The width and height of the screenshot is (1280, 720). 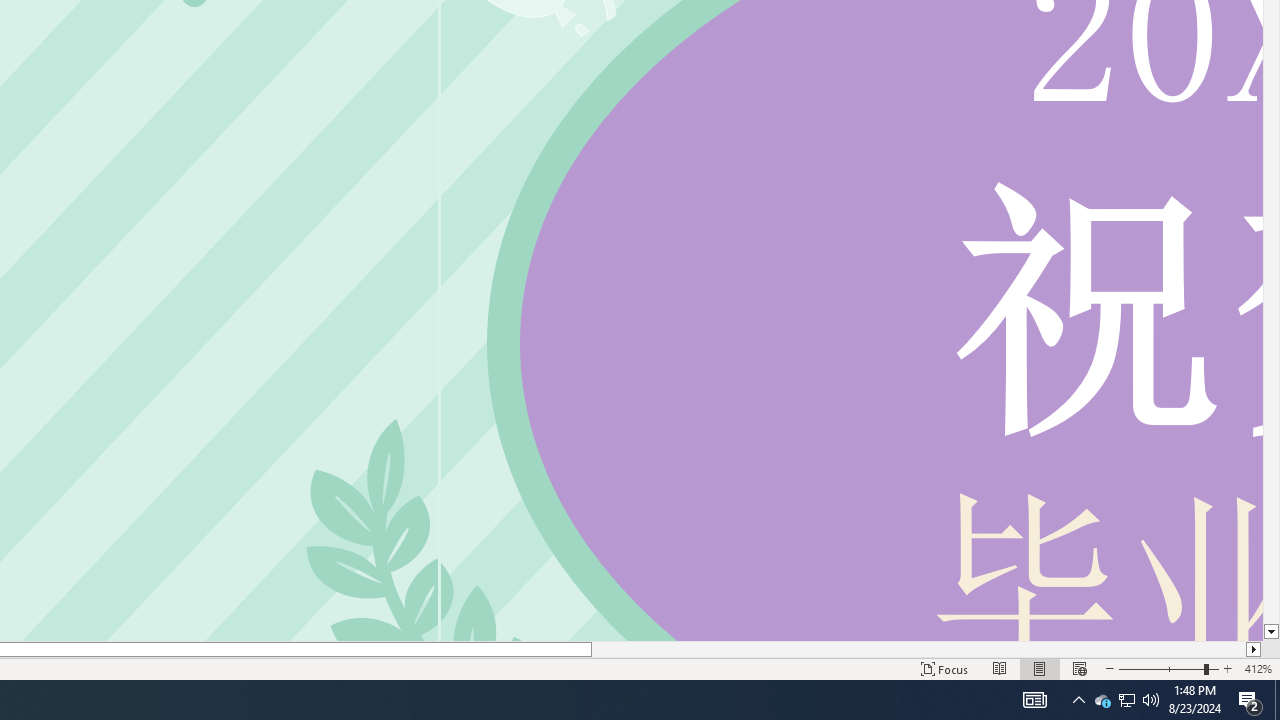 What do you see at coordinates (1253, 649) in the screenshot?
I see `'Column right'` at bounding box center [1253, 649].